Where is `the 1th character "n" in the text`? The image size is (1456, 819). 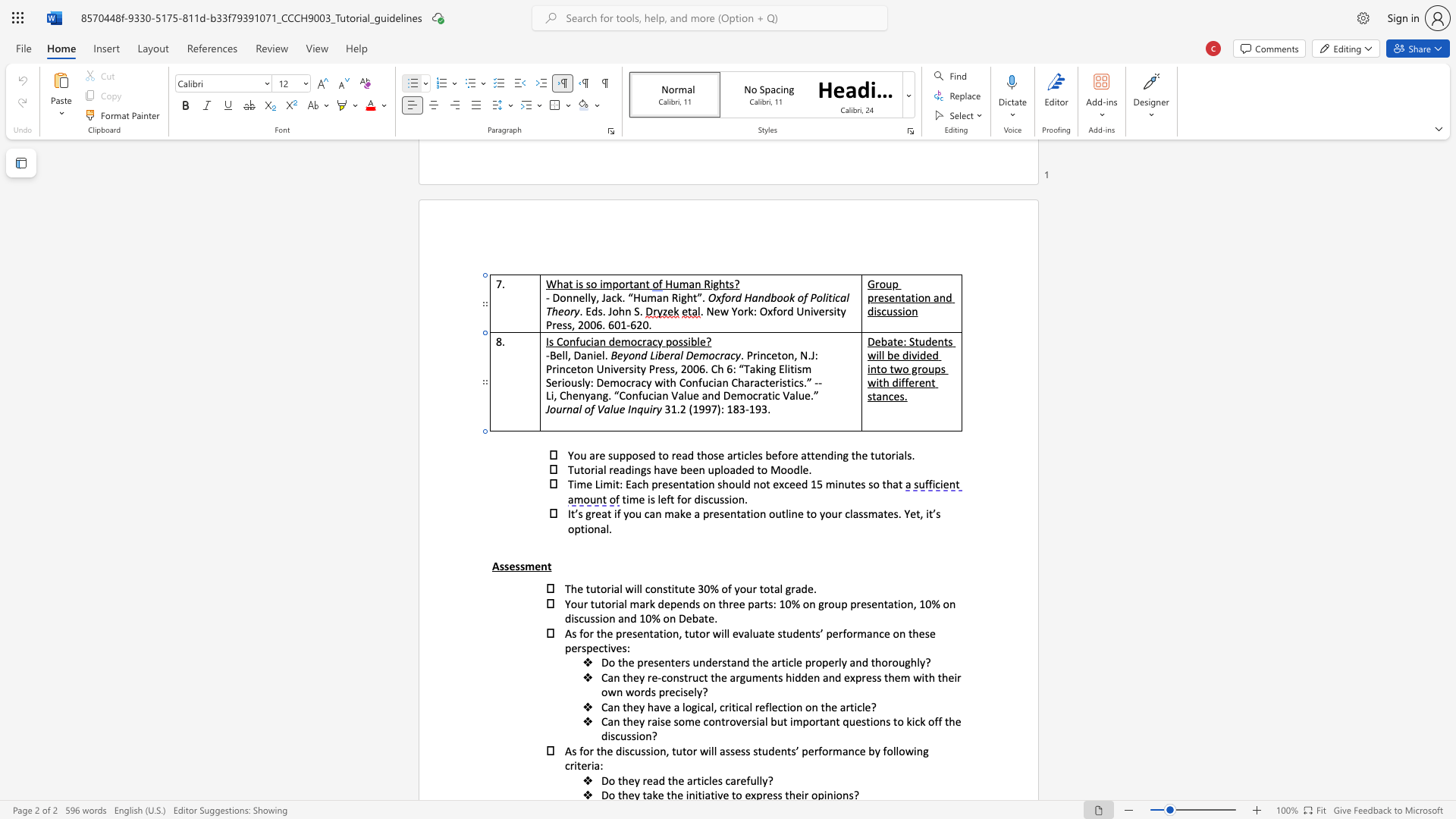
the 1th character "n" in the text is located at coordinates (617, 707).